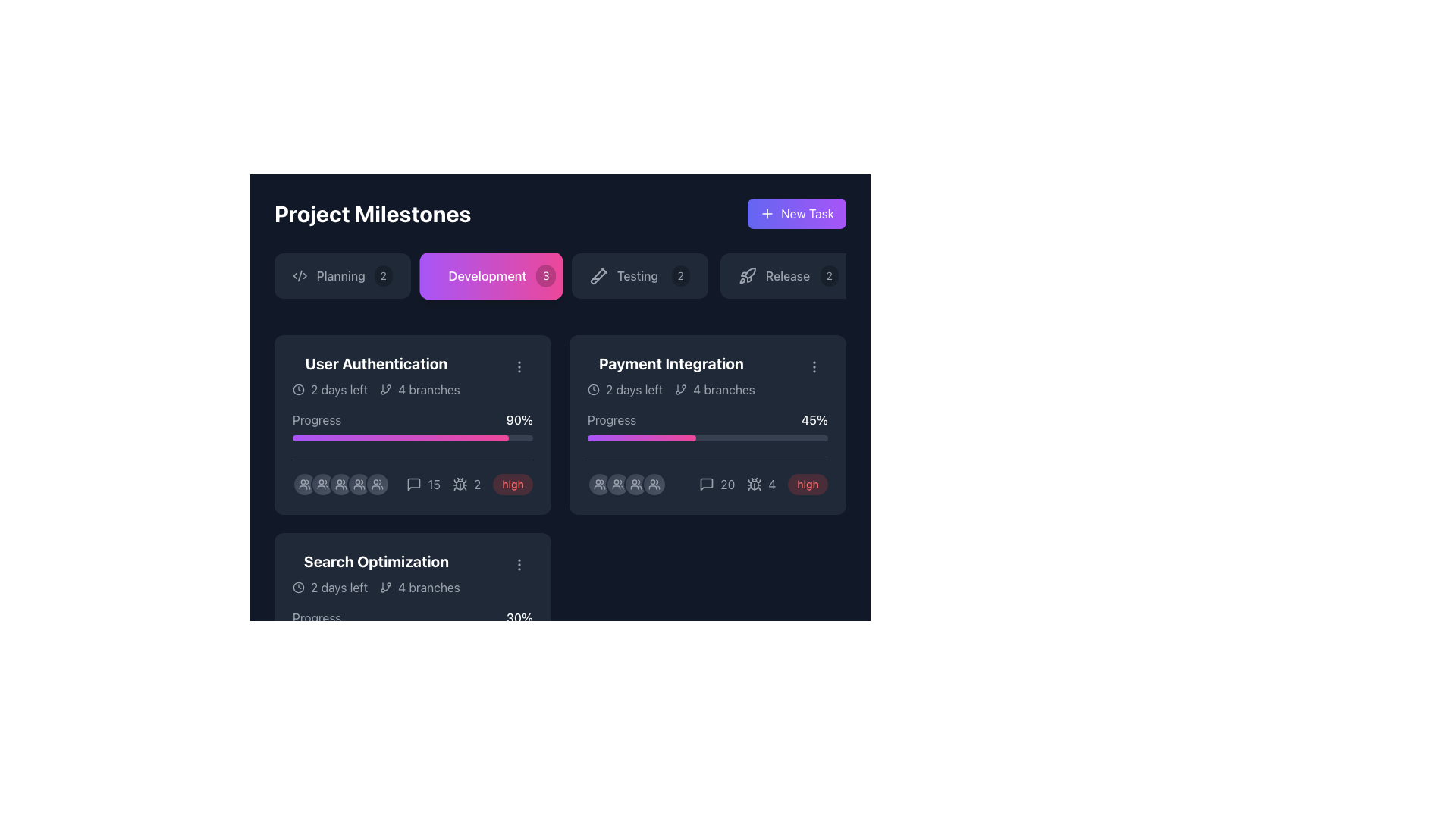  Describe the element at coordinates (419, 388) in the screenshot. I see `information displayed in the text label that reads '4 branches', which is located in the bottom-left portion of the 'User Authentication' card, next to the '2 days left' label` at that location.